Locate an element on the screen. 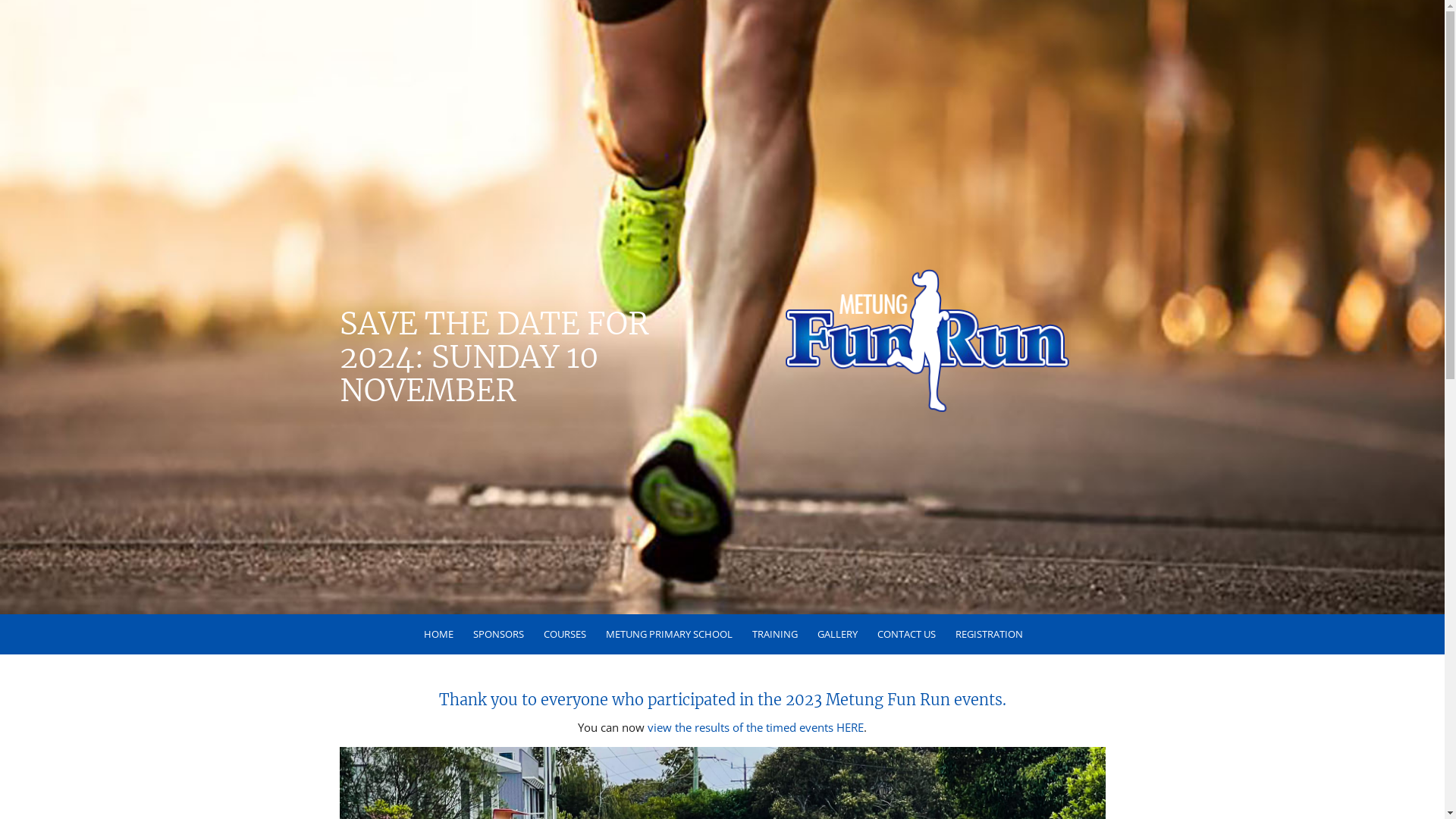  'TRAINING' is located at coordinates (773, 634).